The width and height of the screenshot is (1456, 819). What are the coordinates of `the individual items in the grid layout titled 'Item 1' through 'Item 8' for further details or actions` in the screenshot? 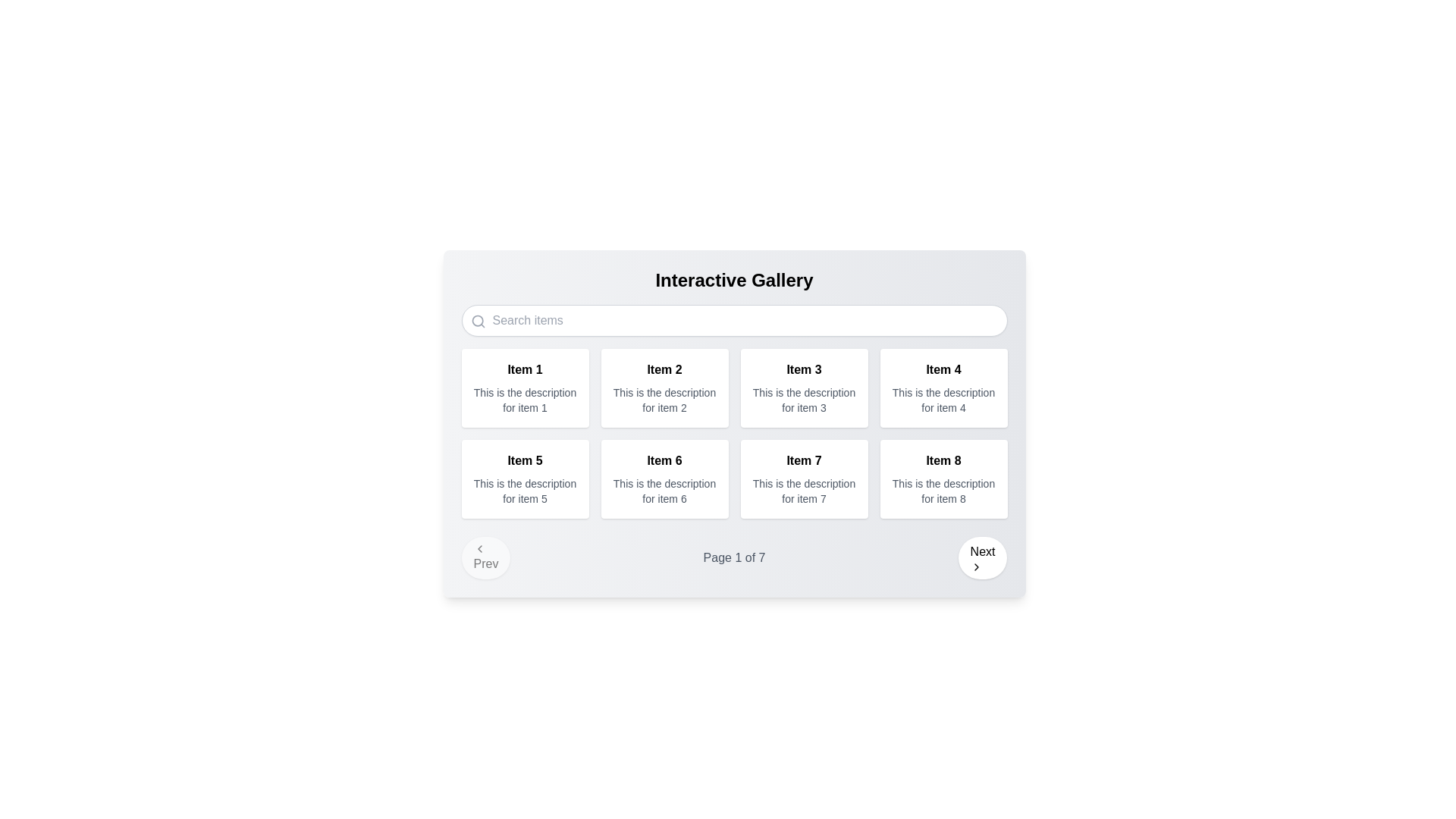 It's located at (734, 433).